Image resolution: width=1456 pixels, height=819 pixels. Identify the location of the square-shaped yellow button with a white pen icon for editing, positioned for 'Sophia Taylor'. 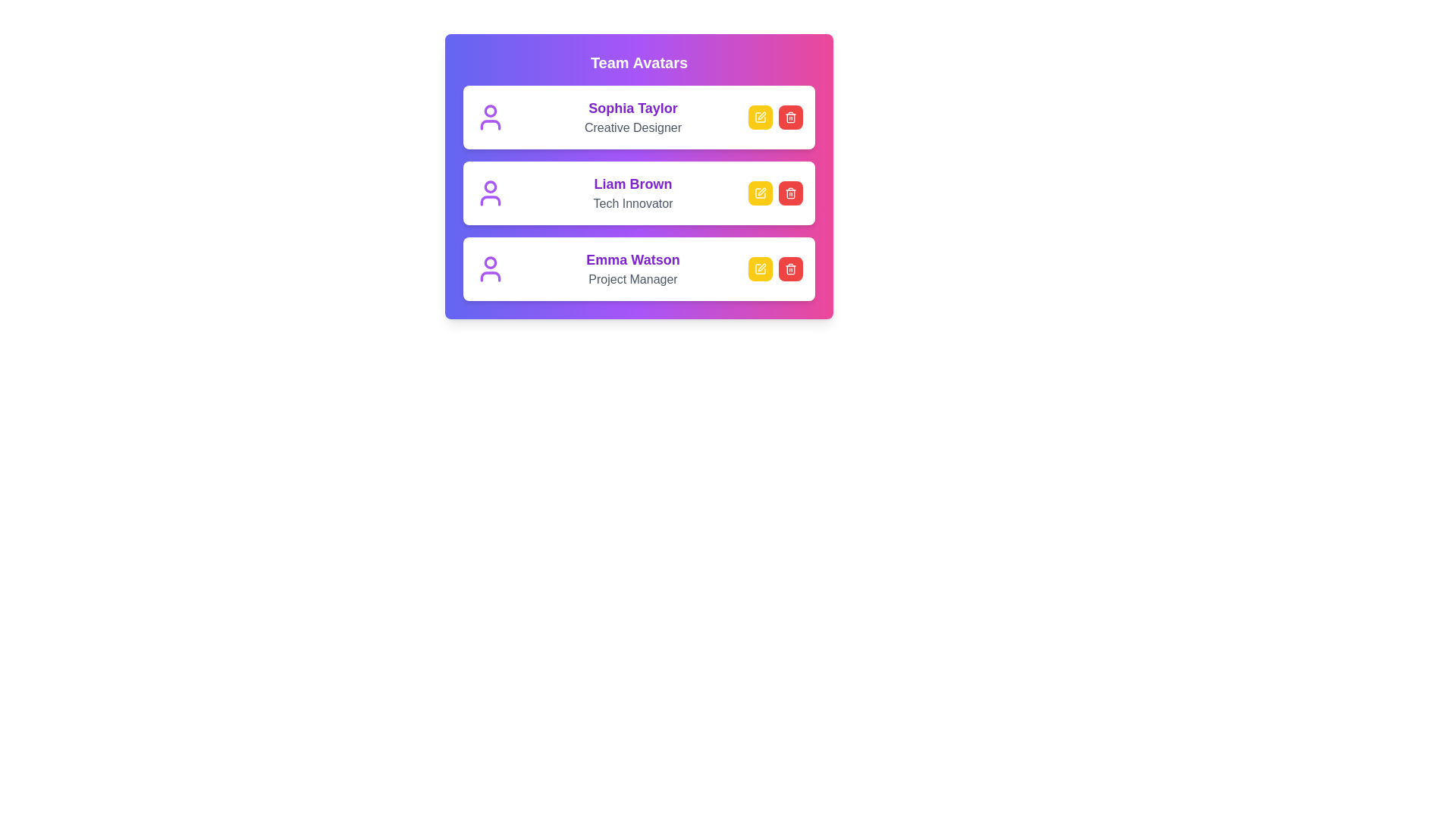
(761, 116).